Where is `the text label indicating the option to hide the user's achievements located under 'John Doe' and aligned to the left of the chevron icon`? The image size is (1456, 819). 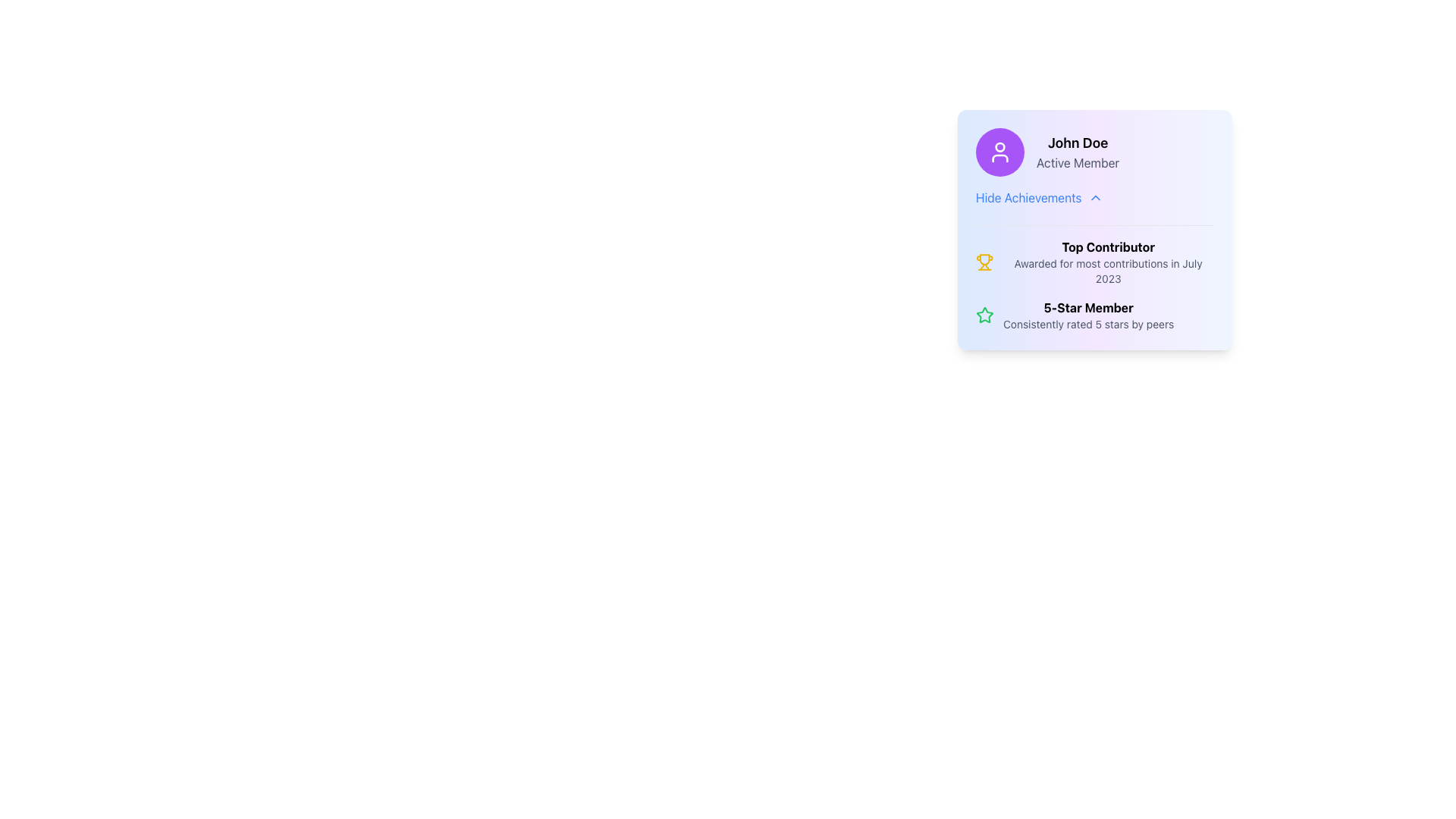 the text label indicating the option to hide the user's achievements located under 'John Doe' and aligned to the left of the chevron icon is located at coordinates (1028, 197).